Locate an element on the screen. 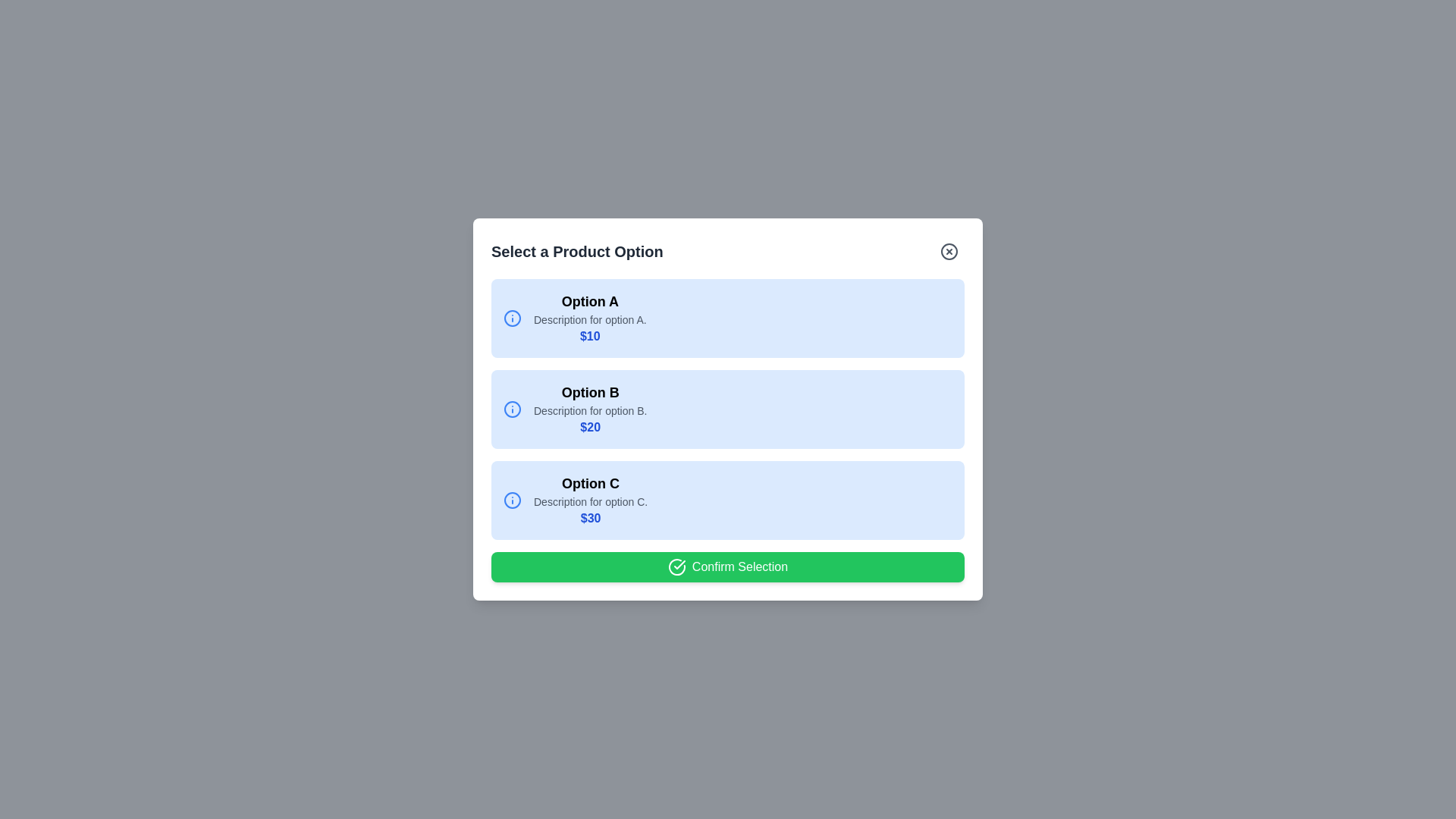  close button (X) to close the dialog box is located at coordinates (949, 250).